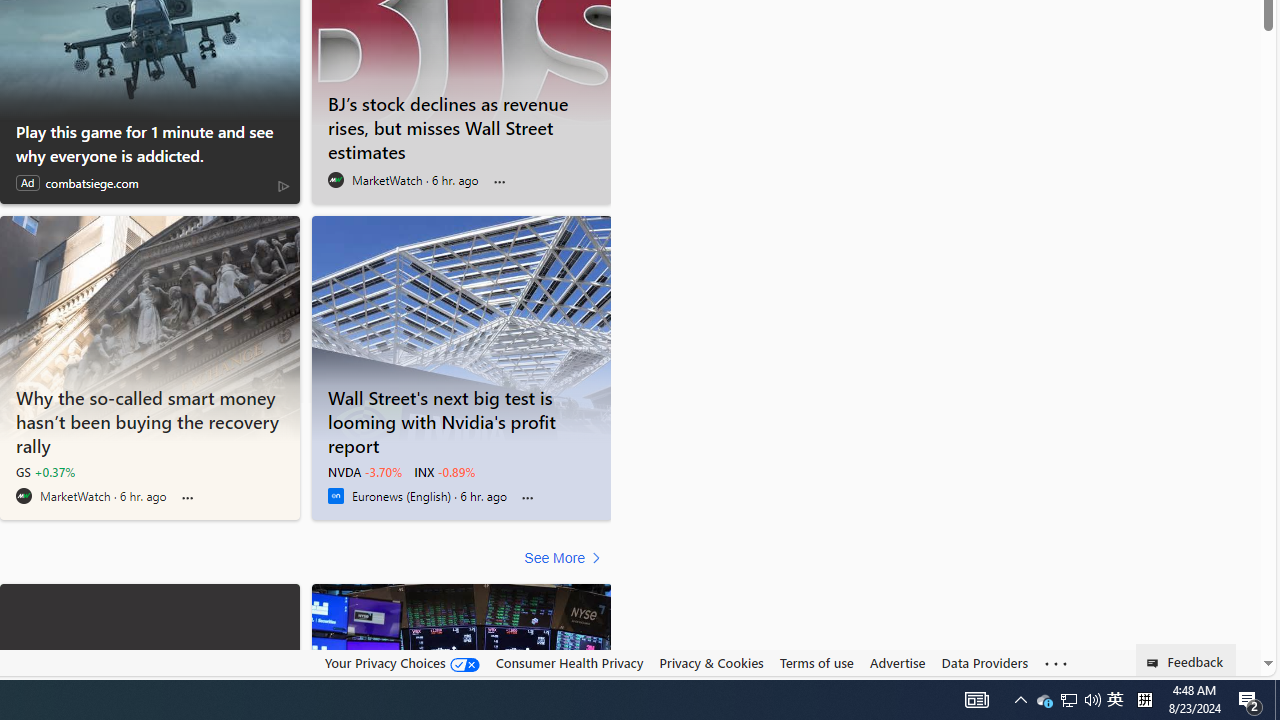 The height and width of the screenshot is (720, 1280). I want to click on 'Consumer Health Privacy', so click(568, 662).